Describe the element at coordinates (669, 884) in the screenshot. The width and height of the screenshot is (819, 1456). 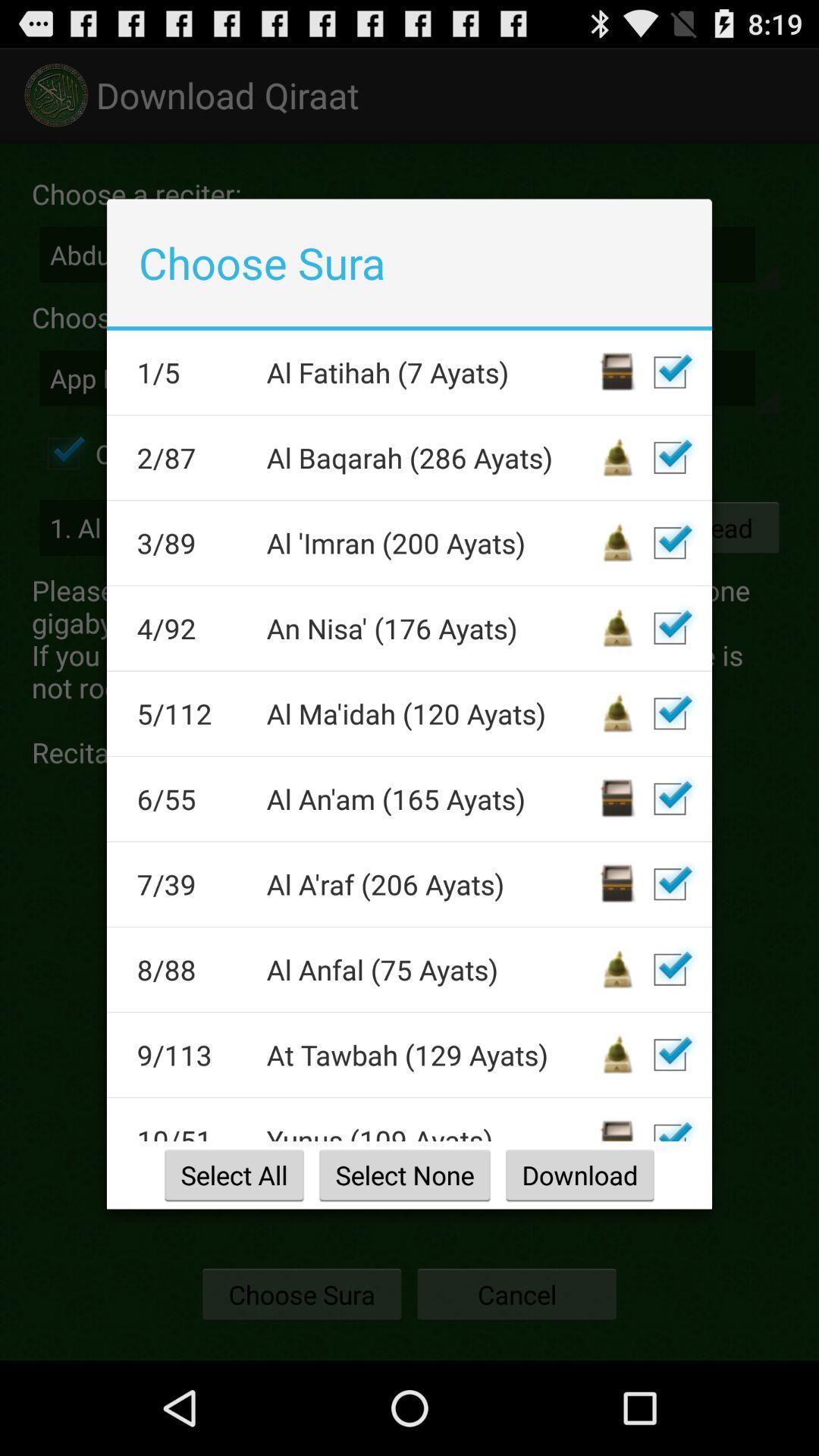
I see `for download` at that location.